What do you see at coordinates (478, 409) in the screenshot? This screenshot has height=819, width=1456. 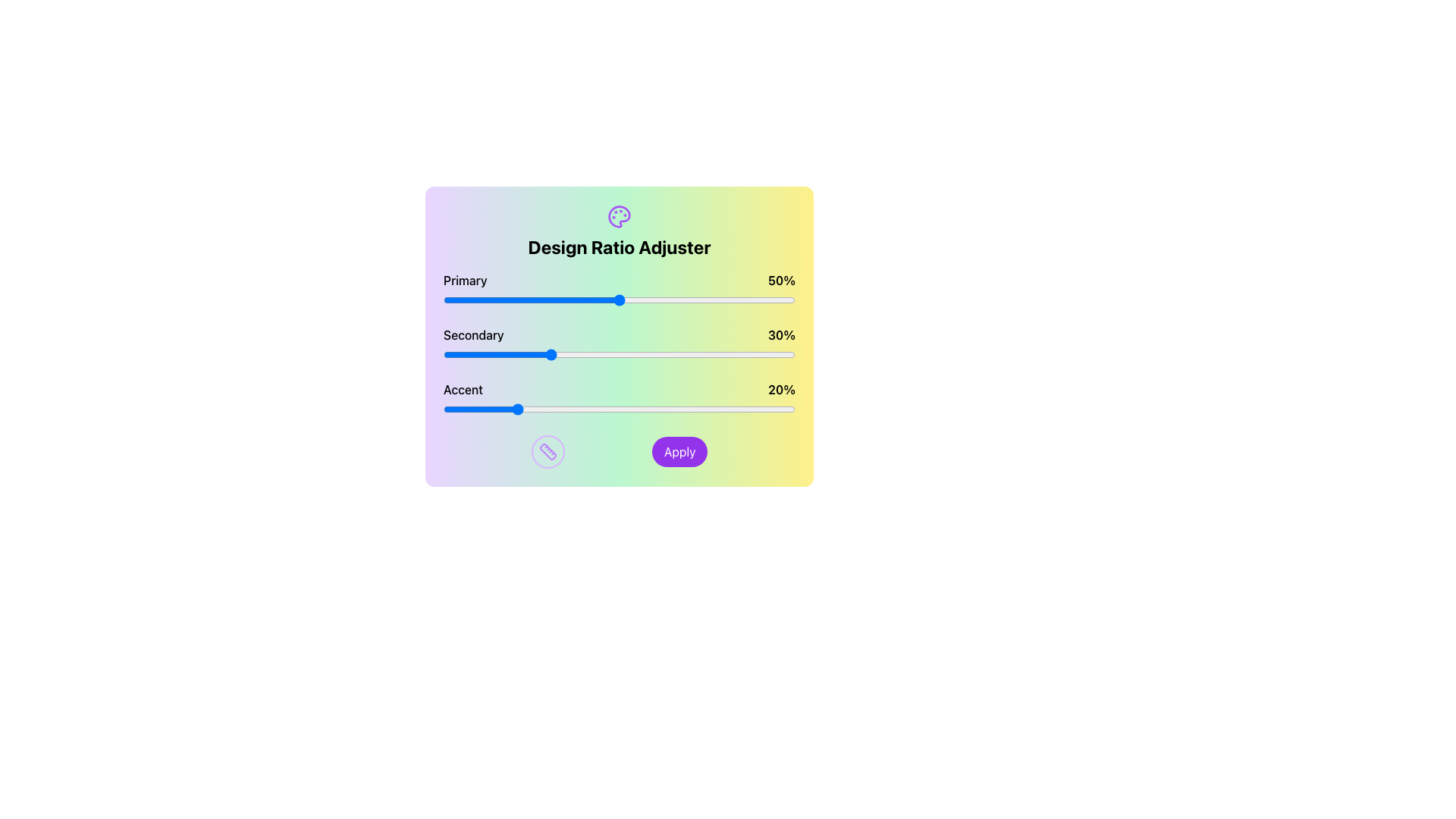 I see `the accent ratio slider` at bounding box center [478, 409].